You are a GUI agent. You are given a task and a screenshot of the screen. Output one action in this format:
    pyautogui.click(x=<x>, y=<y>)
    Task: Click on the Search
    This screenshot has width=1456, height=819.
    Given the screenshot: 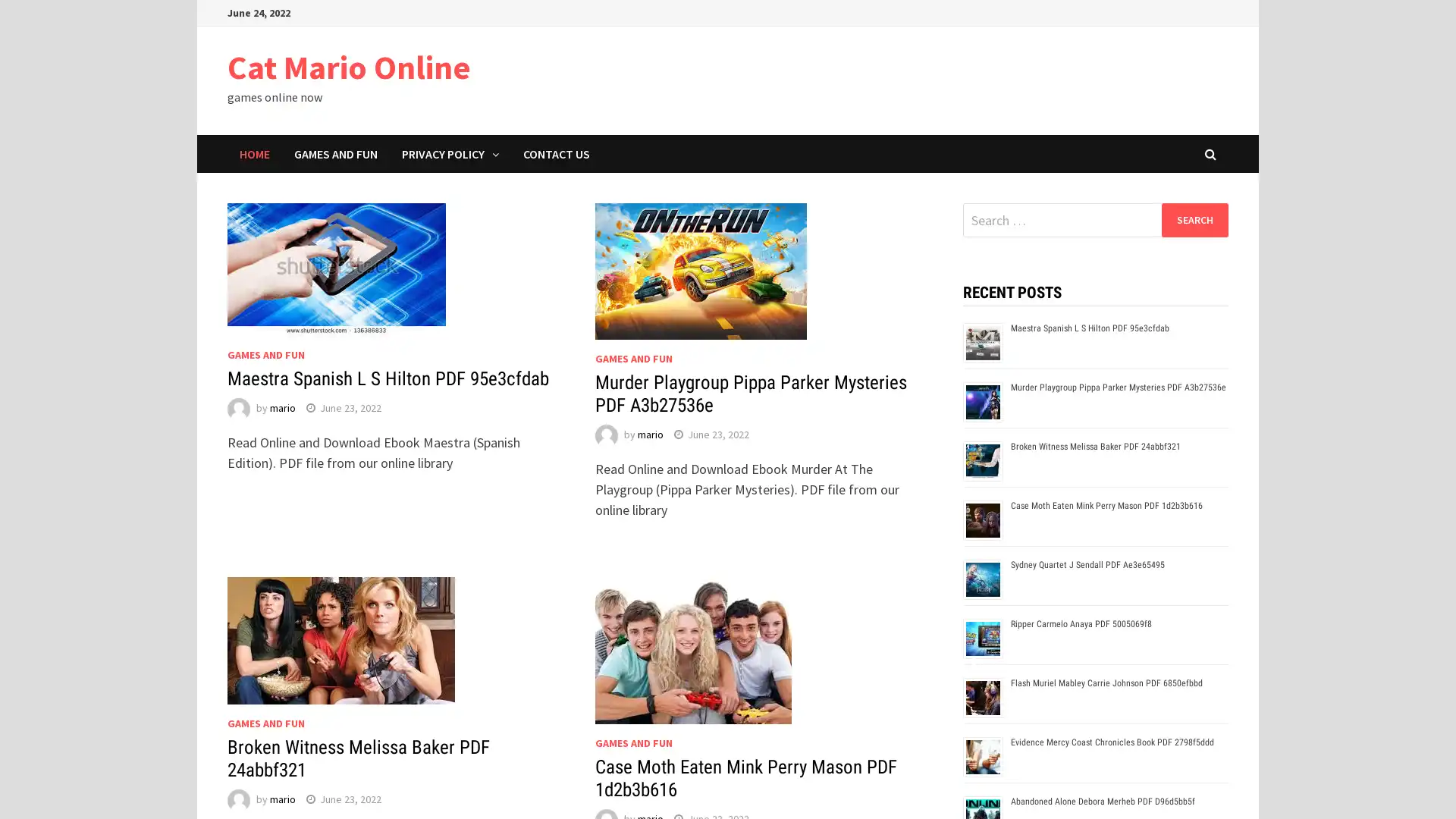 What is the action you would take?
    pyautogui.click(x=1194, y=219)
    